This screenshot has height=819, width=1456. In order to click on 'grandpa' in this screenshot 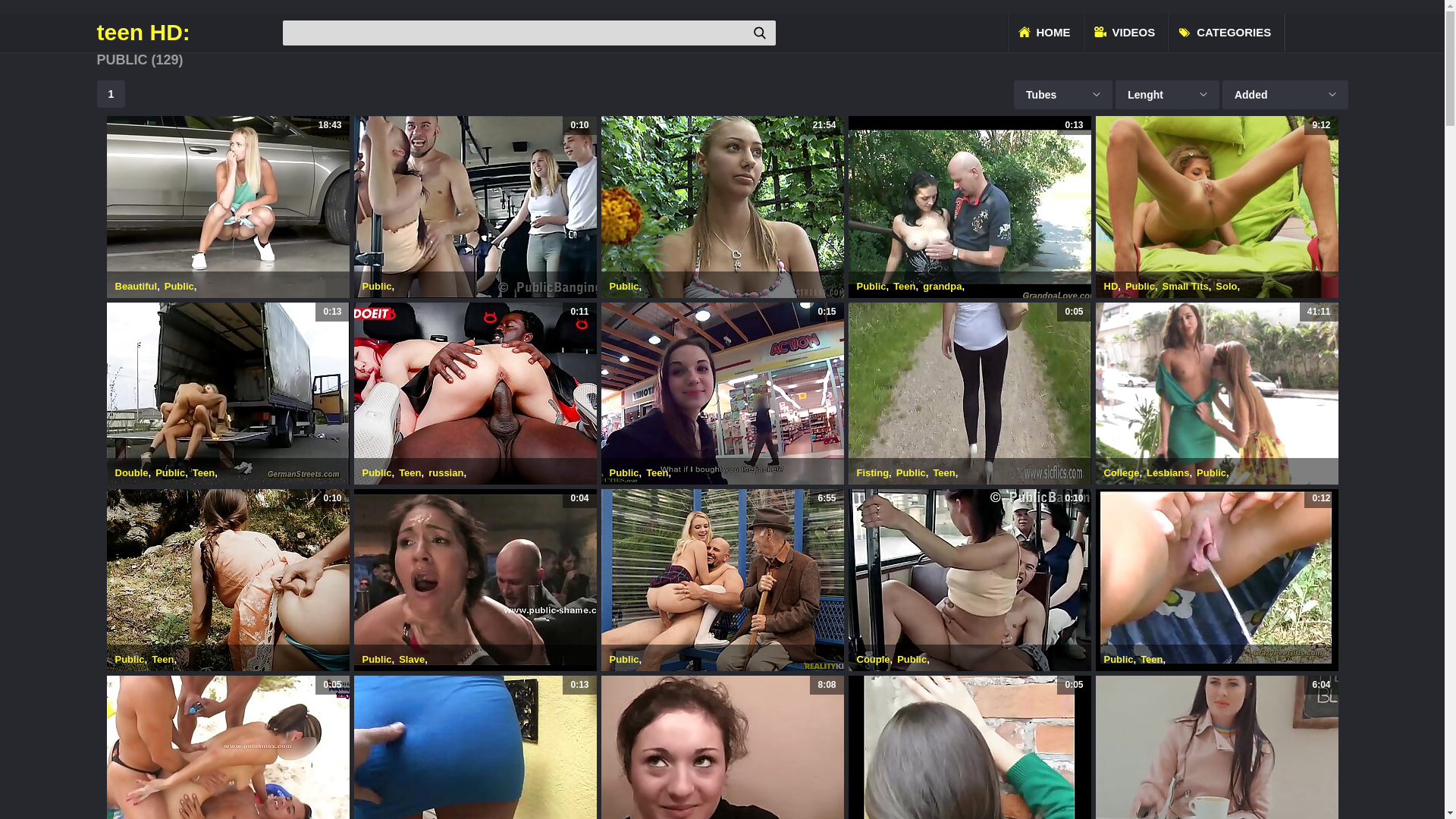, I will do `click(941, 286)`.